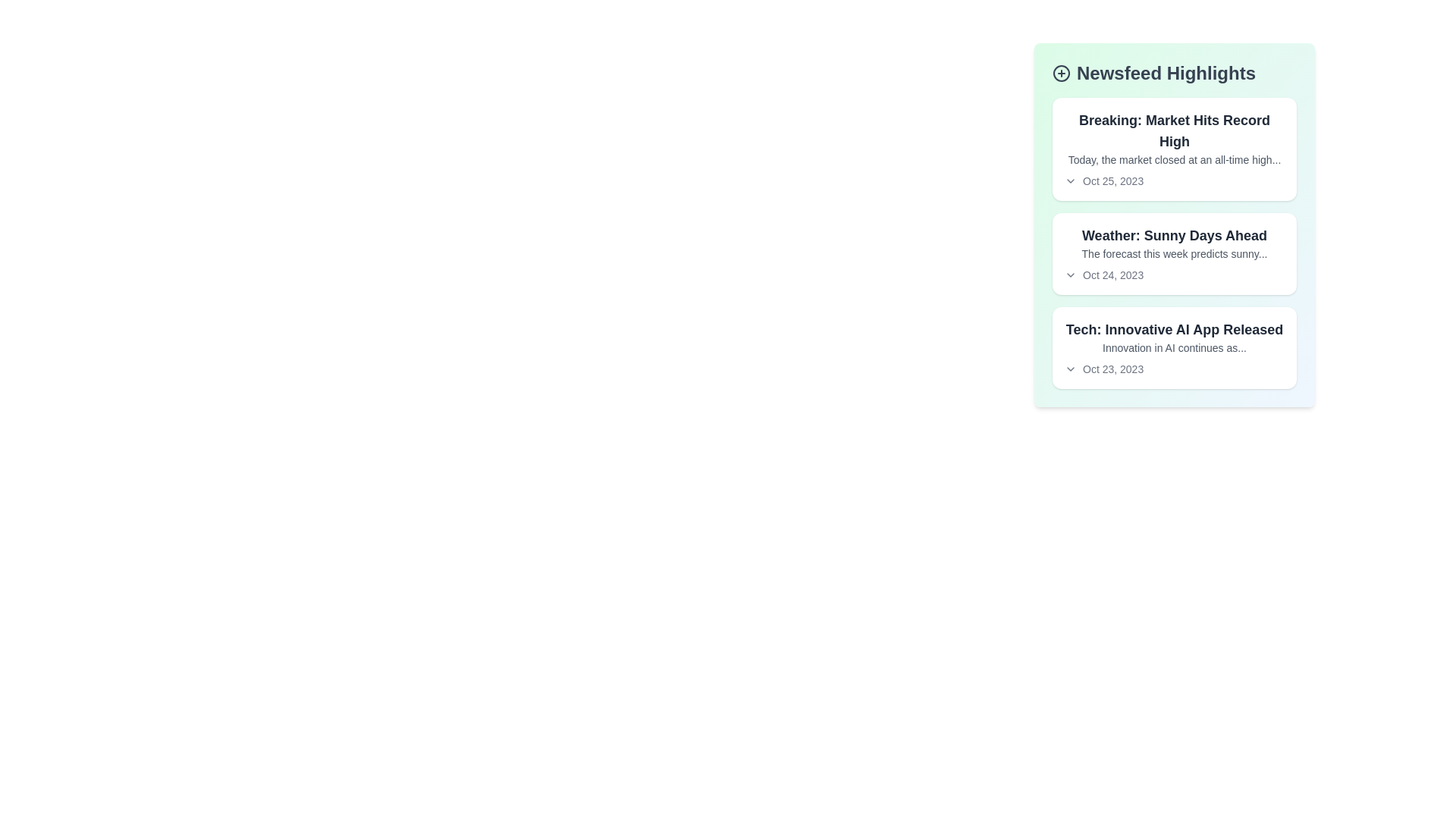 This screenshot has width=1456, height=819. What do you see at coordinates (1174, 130) in the screenshot?
I see `the text of the article titled 'Breaking: Market Hits Record High'` at bounding box center [1174, 130].